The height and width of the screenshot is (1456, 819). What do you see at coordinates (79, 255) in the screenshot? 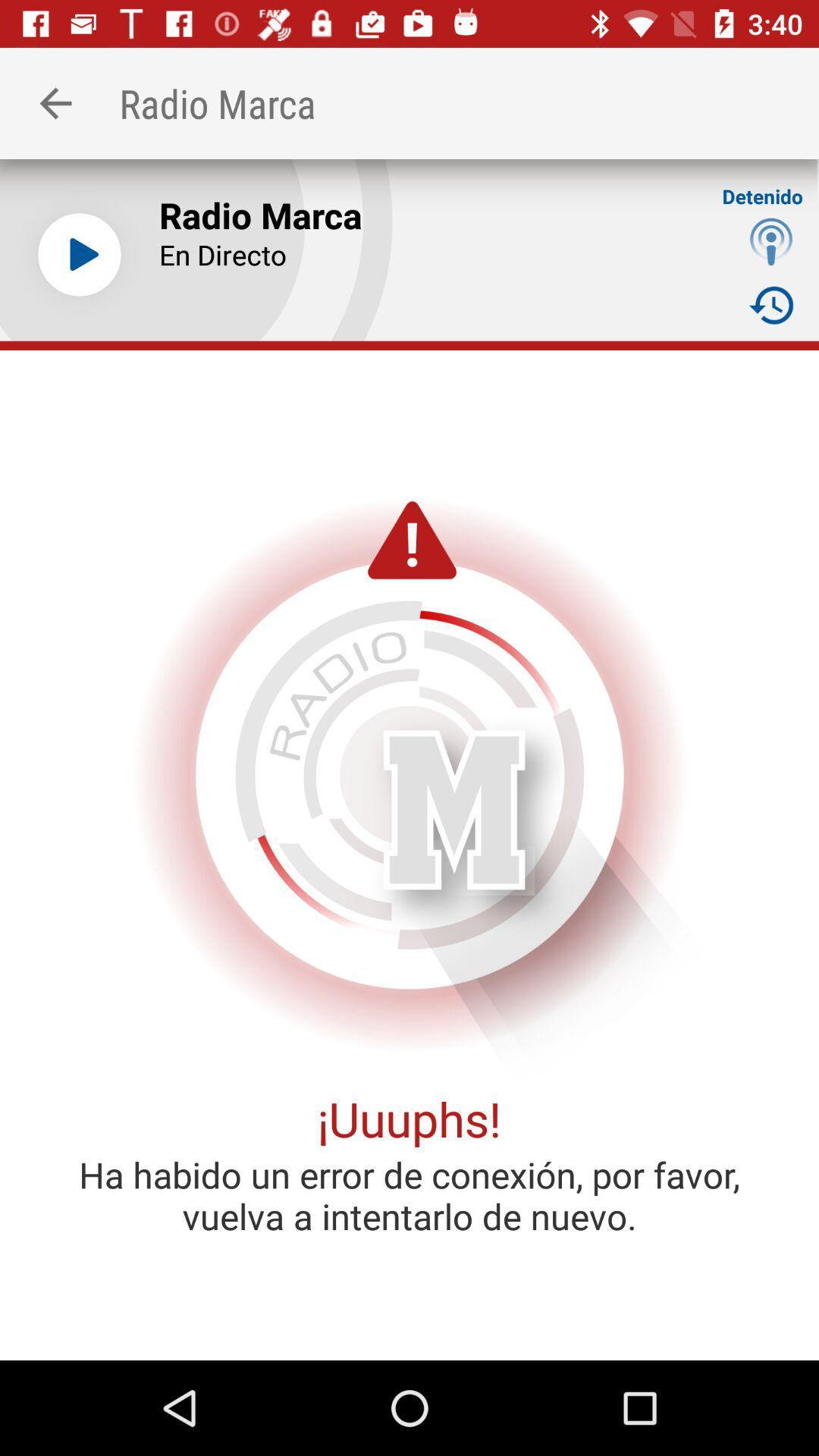
I see `icon to the left of the radio marca item` at bounding box center [79, 255].